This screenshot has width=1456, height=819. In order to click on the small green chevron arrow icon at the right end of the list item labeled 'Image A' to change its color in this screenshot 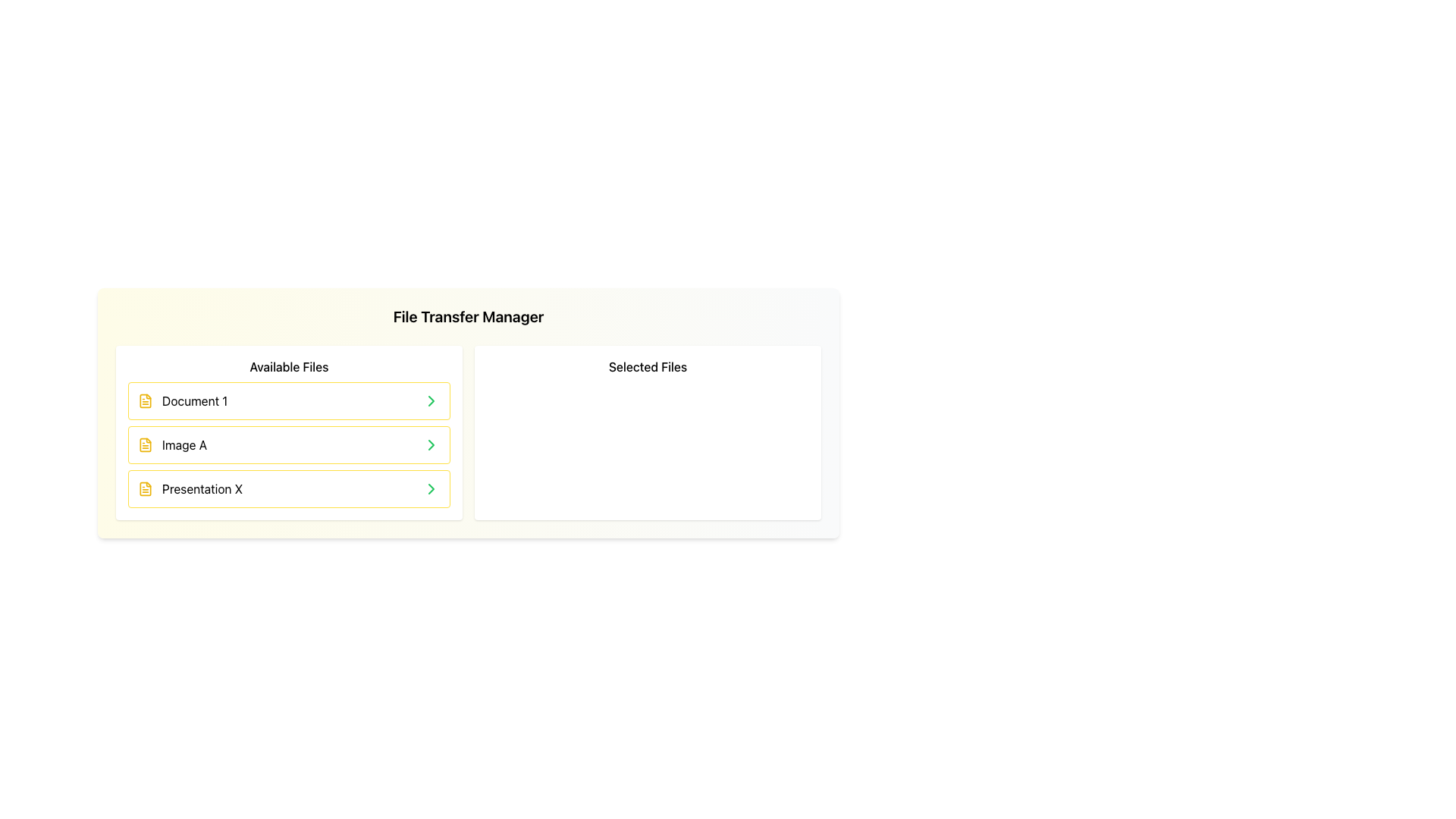, I will do `click(431, 444)`.